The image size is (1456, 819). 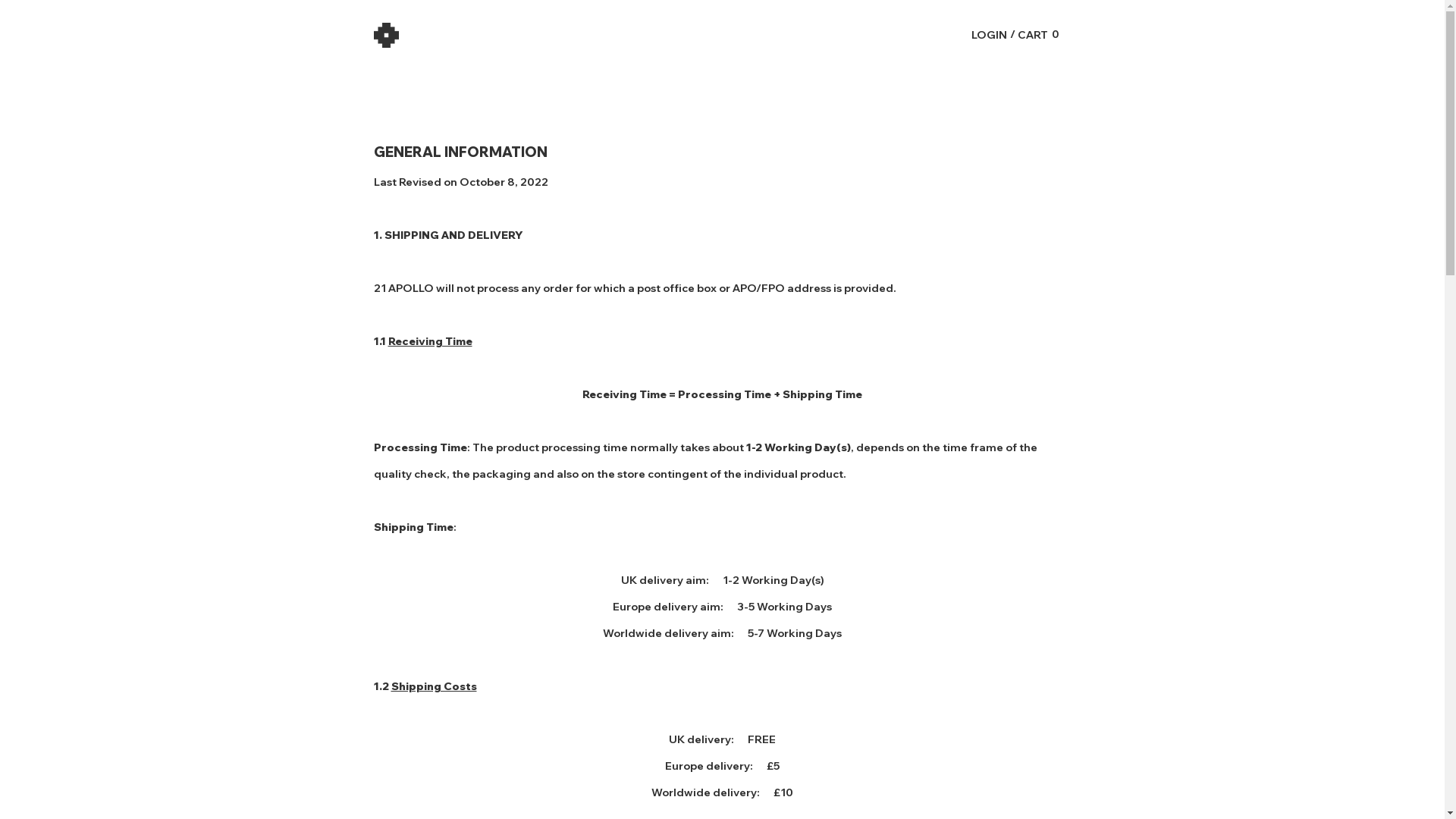 What do you see at coordinates (1038, 34) in the screenshot?
I see `'0` at bounding box center [1038, 34].